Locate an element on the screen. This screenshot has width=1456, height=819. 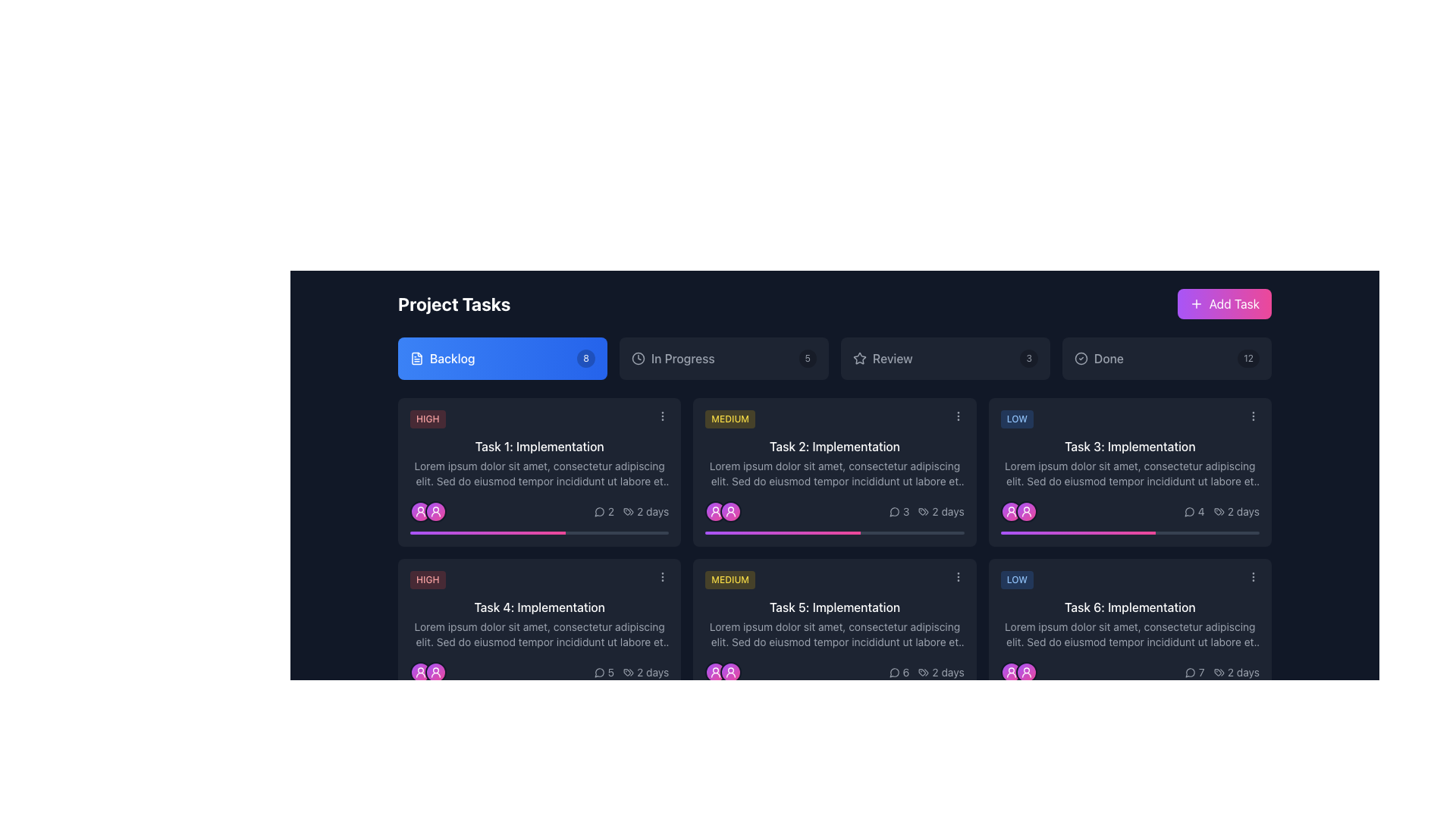
the Text Label displaying the numeric value '7' next to the comment icon in the bottom right corner of the task card for 'Task 6: Implementation' is located at coordinates (1194, 672).